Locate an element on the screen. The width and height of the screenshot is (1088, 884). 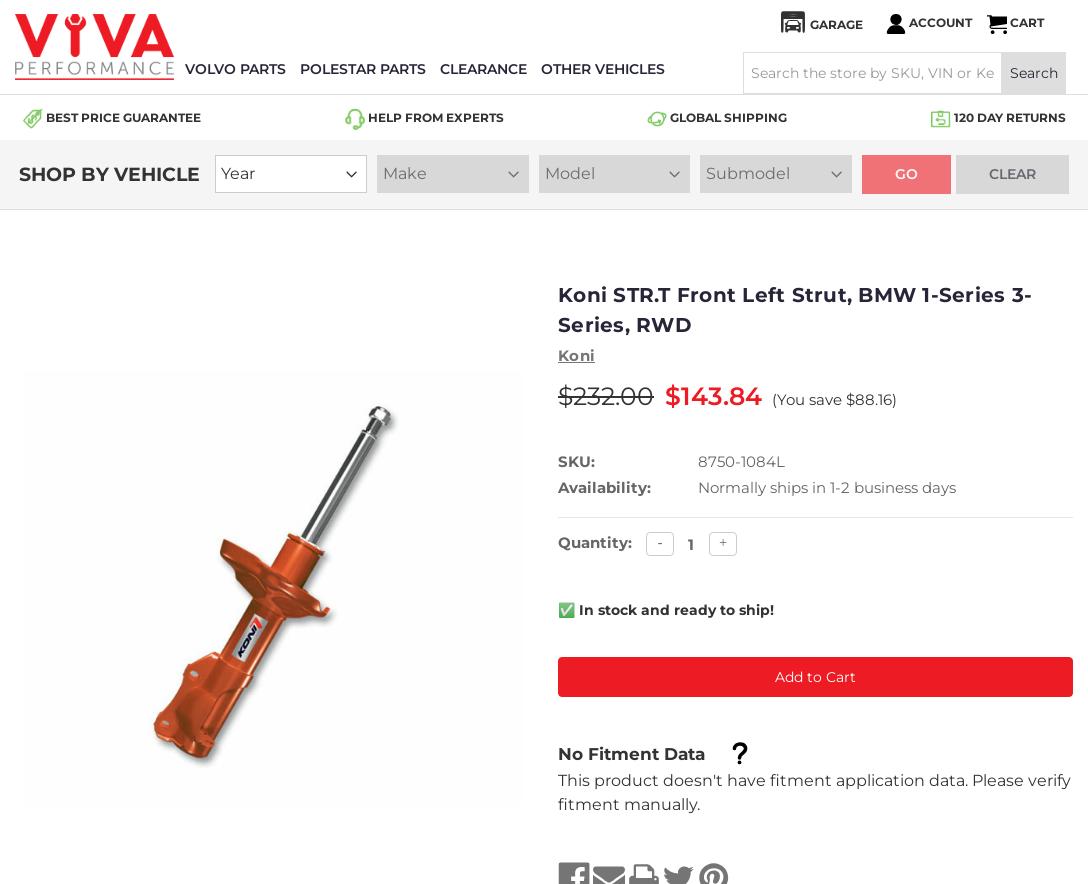
'8750-1084L' is located at coordinates (740, 460).